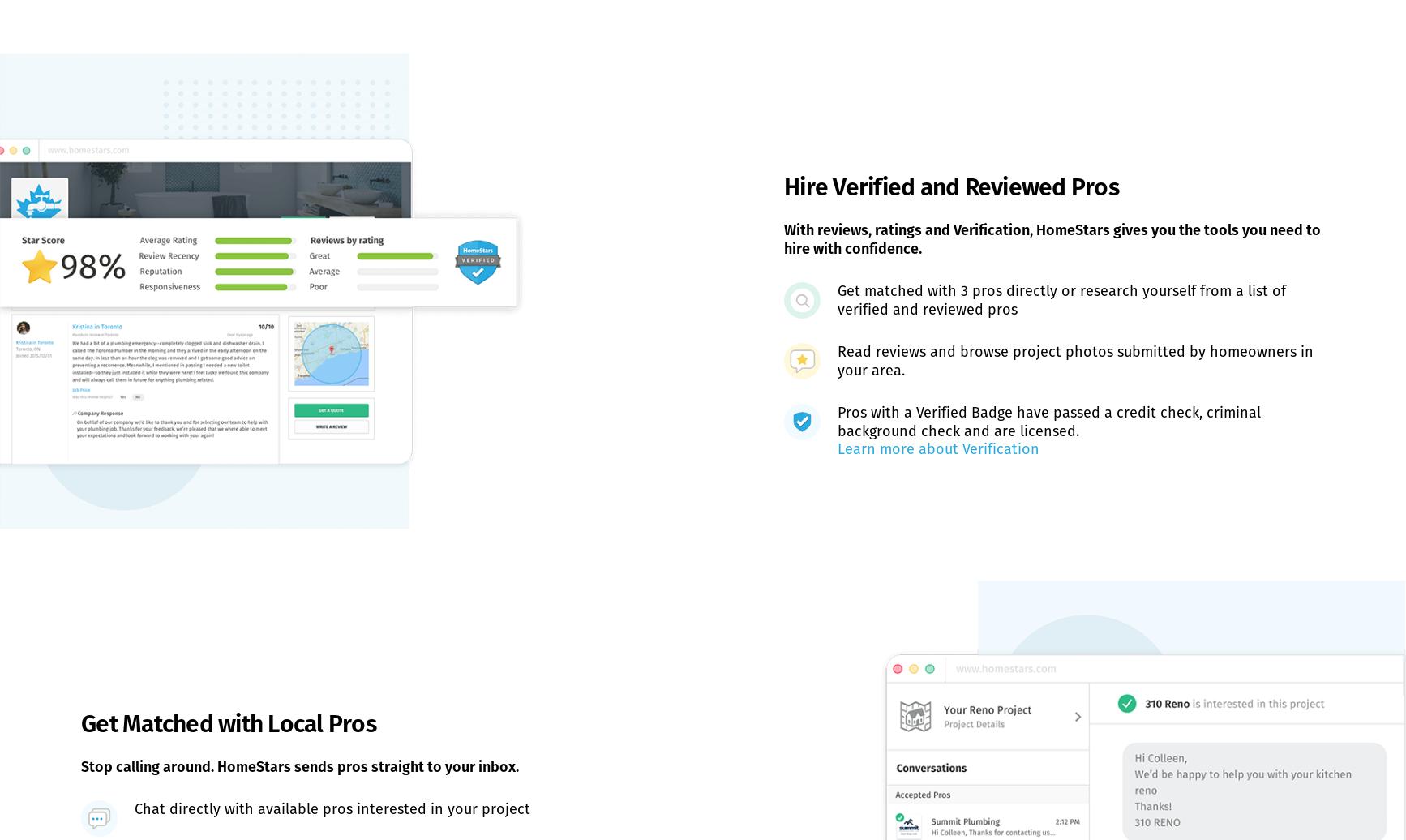  What do you see at coordinates (499, 624) in the screenshot?
I see `'Building Trust'` at bounding box center [499, 624].